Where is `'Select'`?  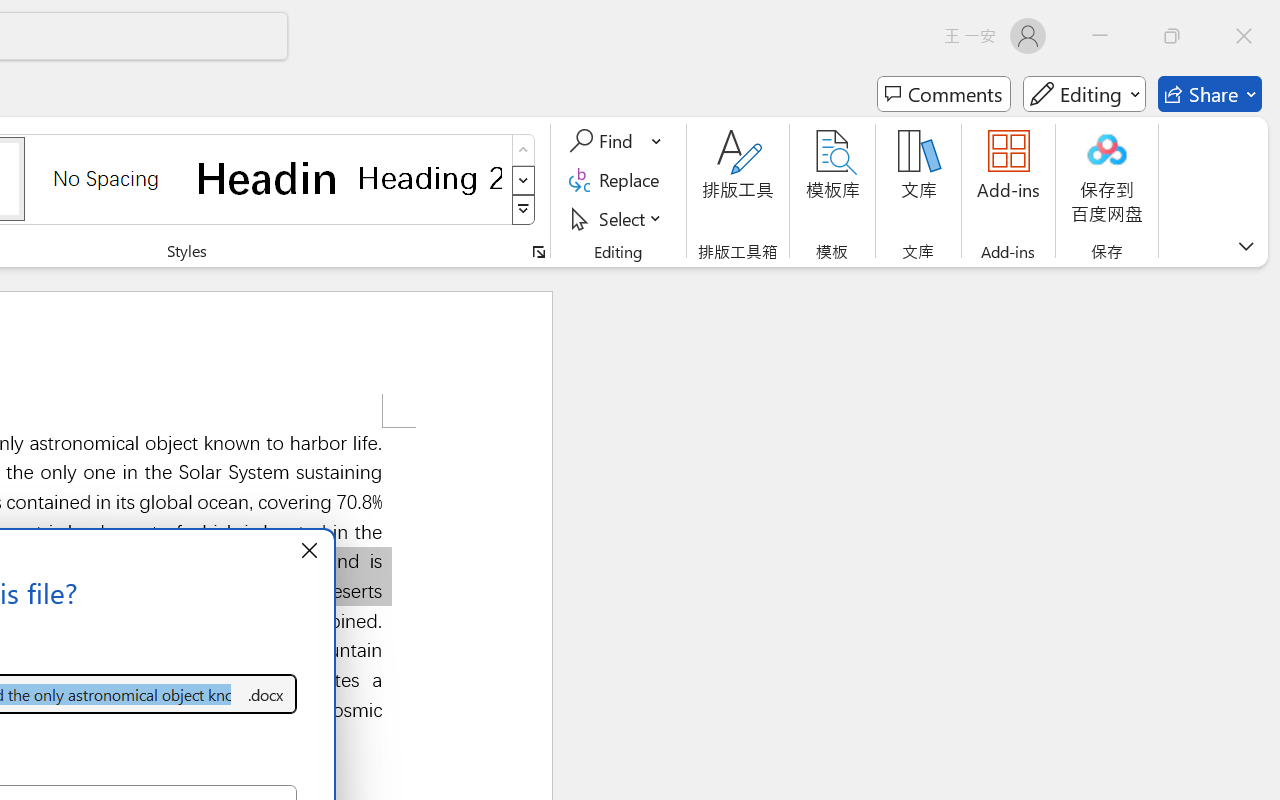
'Select' is located at coordinates (617, 218).